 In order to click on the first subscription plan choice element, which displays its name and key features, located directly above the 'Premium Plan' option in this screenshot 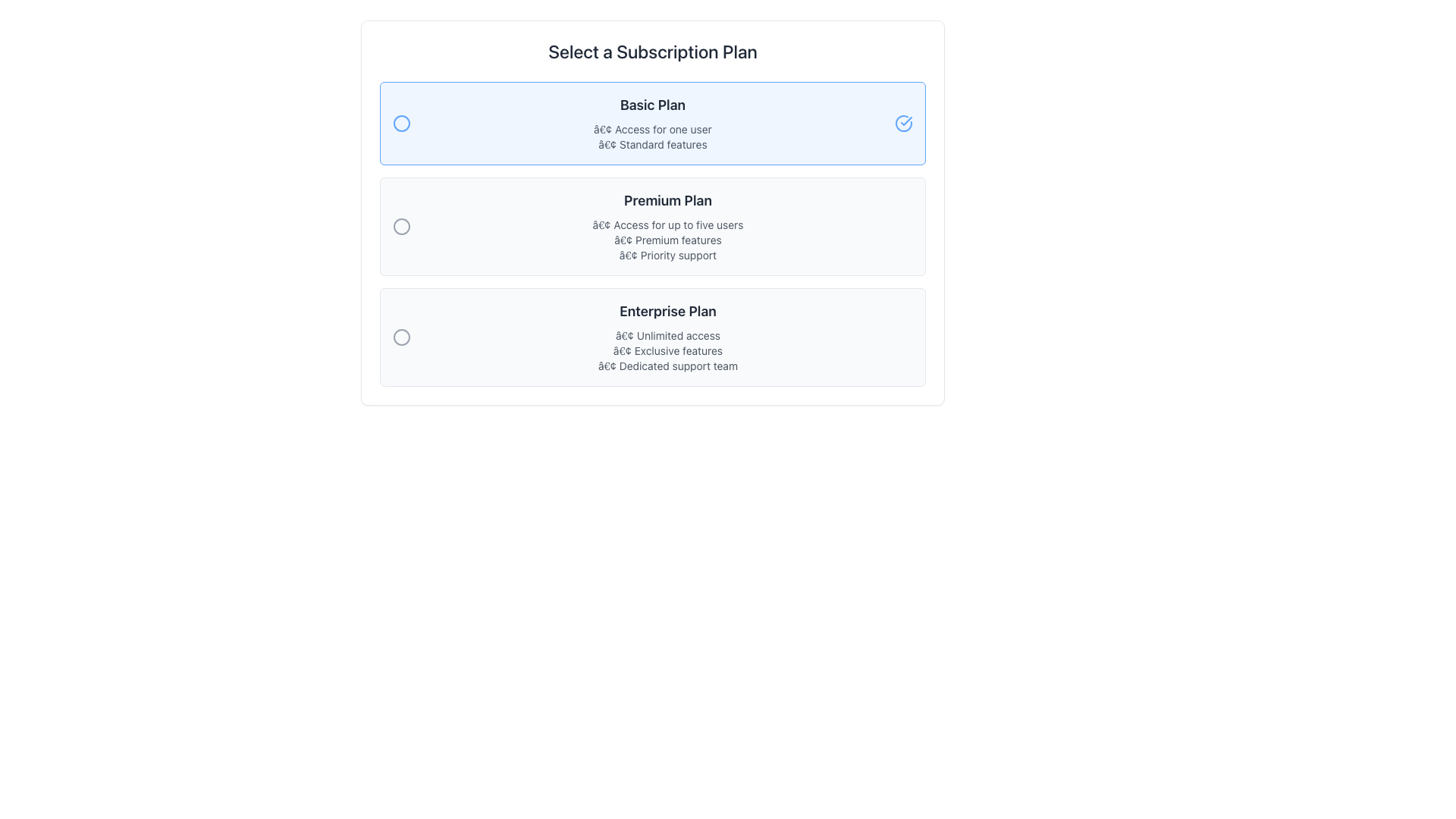, I will do `click(652, 122)`.